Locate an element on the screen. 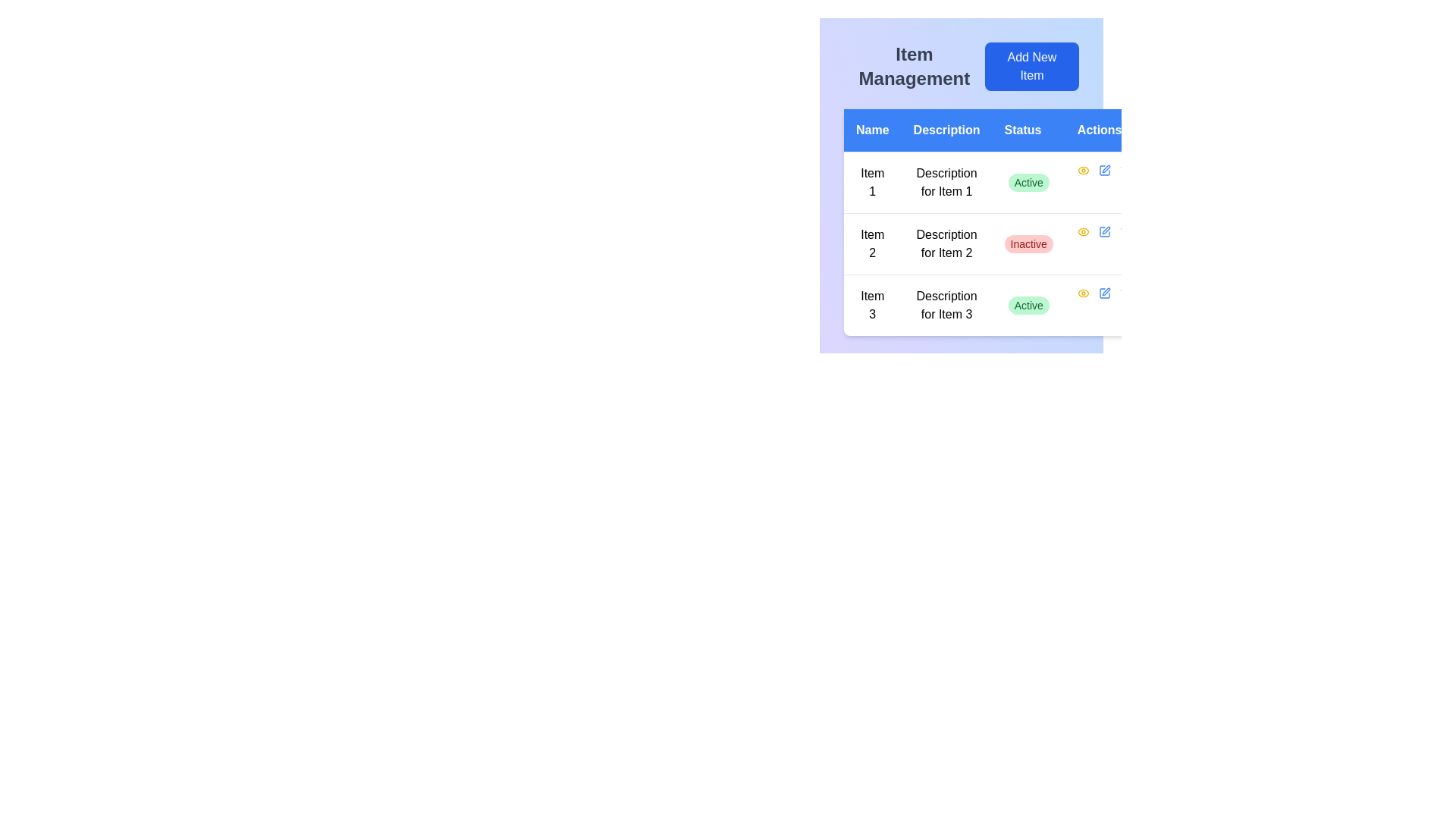 The image size is (1456, 819). the pill-shaped label with the text 'Inactive' which has a red background, located in the 'Status' column of the table under 'Item Management' is located at coordinates (1028, 243).